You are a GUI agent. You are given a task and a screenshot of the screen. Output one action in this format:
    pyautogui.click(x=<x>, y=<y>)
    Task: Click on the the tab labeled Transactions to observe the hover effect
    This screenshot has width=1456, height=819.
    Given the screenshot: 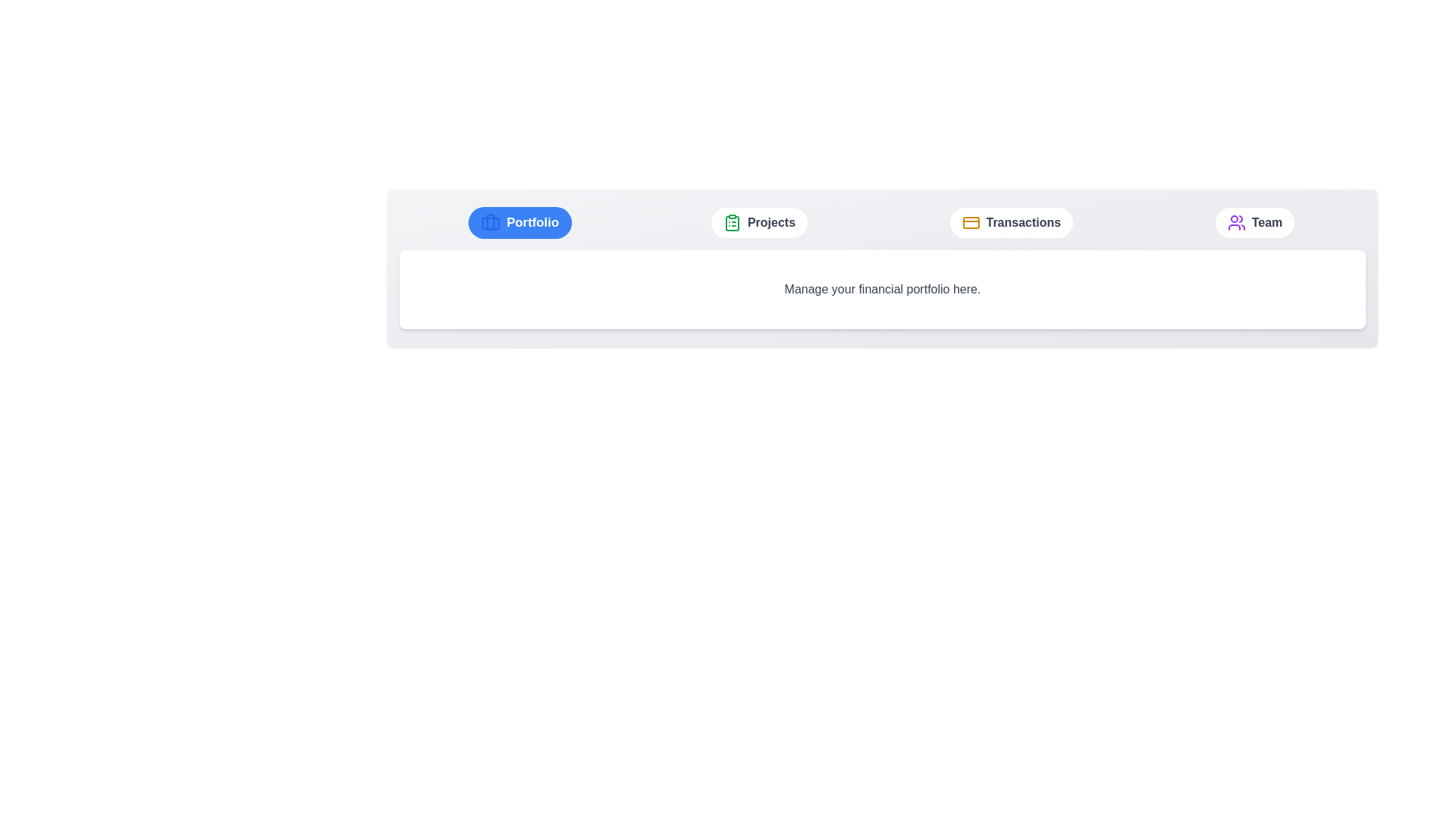 What is the action you would take?
    pyautogui.click(x=1011, y=222)
    